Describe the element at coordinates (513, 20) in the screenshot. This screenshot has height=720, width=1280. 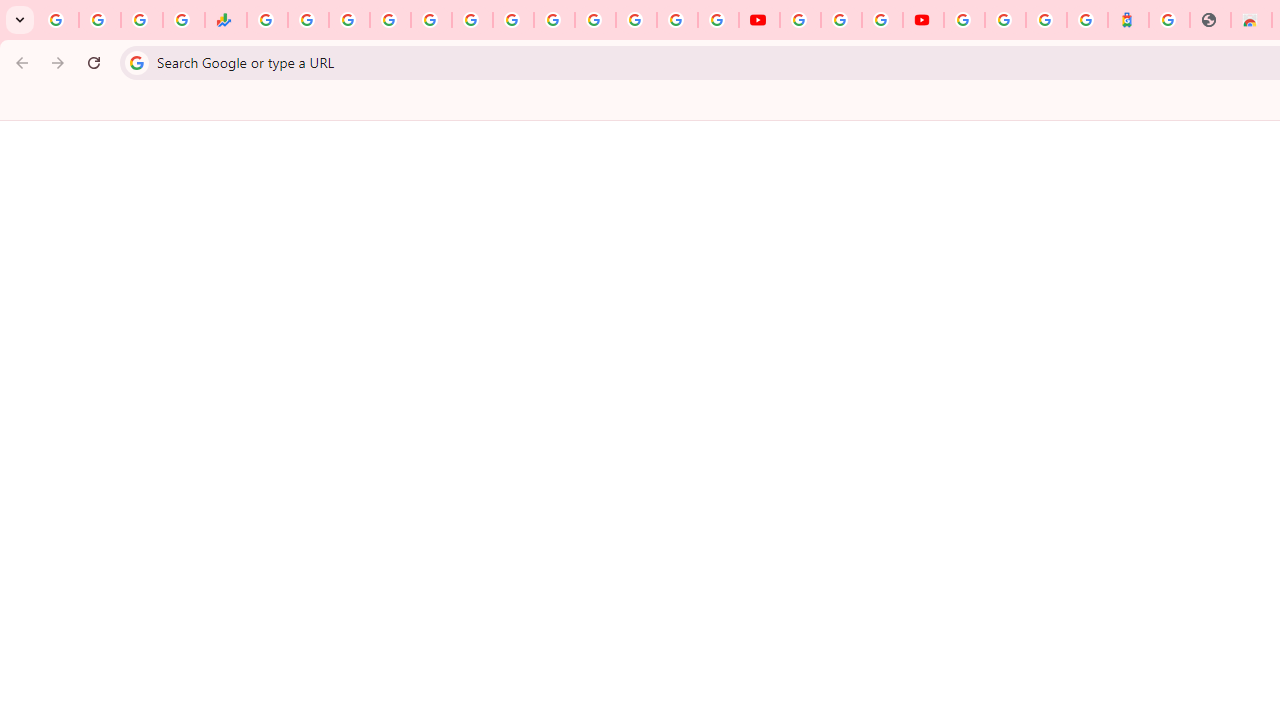
I see `'Android TV Policies and Guidelines - Transparency Center'` at that location.